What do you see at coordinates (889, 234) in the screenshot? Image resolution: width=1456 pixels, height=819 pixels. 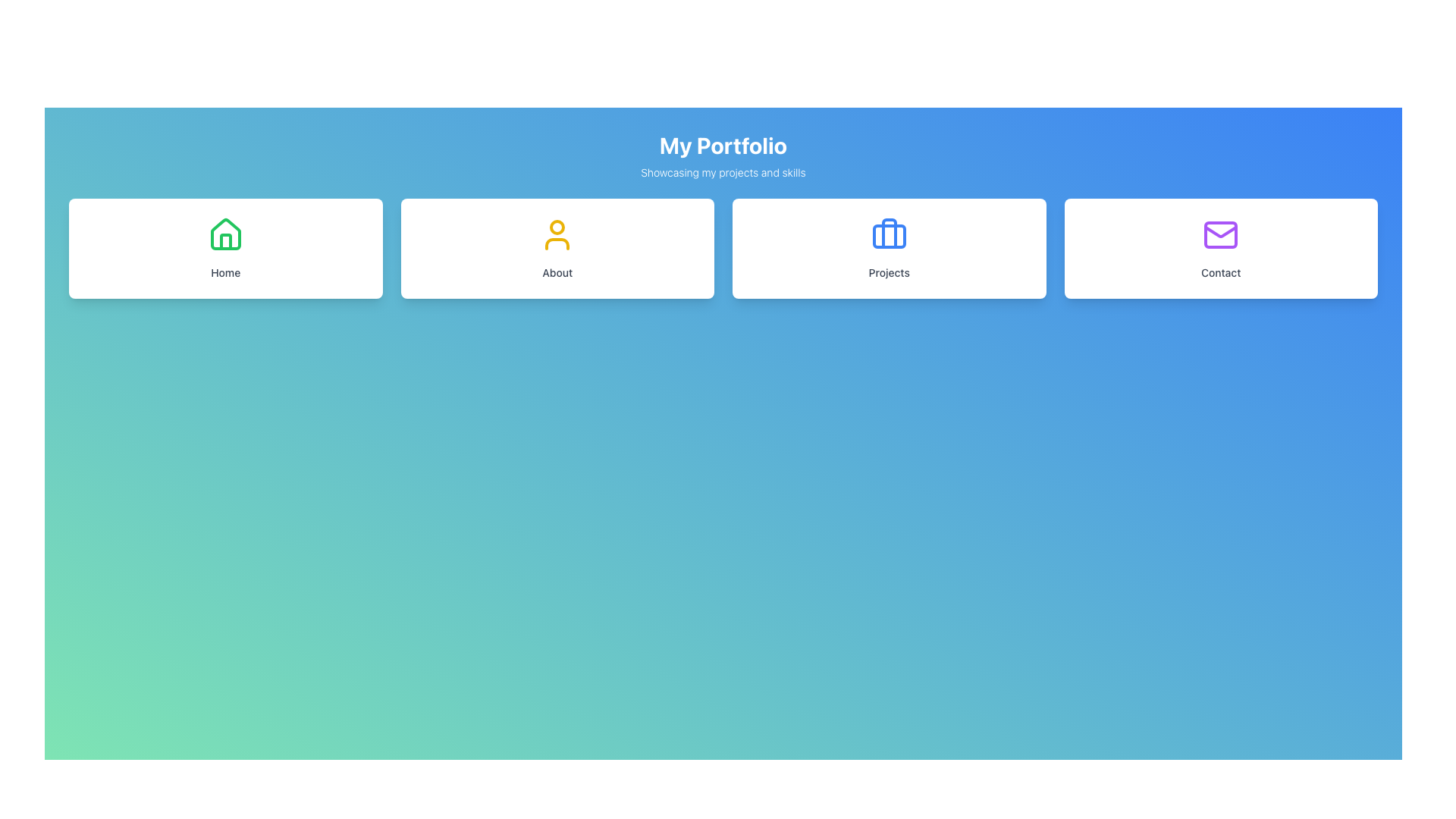 I see `the briefcase icon representing the 'Projects' category, located in the center of the third option from the left in the main interface row` at bounding box center [889, 234].